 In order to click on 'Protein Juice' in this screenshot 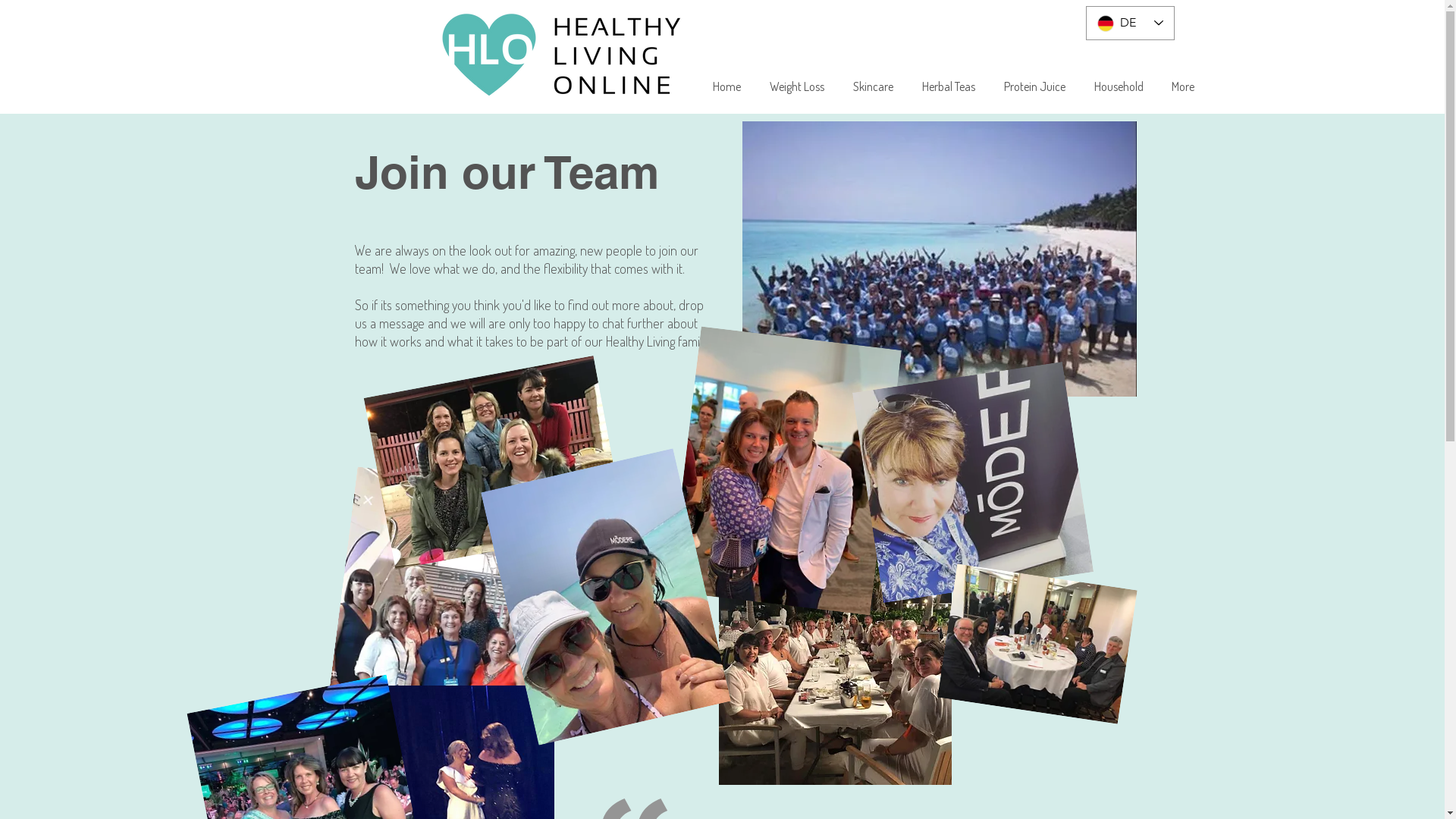, I will do `click(1034, 86)`.